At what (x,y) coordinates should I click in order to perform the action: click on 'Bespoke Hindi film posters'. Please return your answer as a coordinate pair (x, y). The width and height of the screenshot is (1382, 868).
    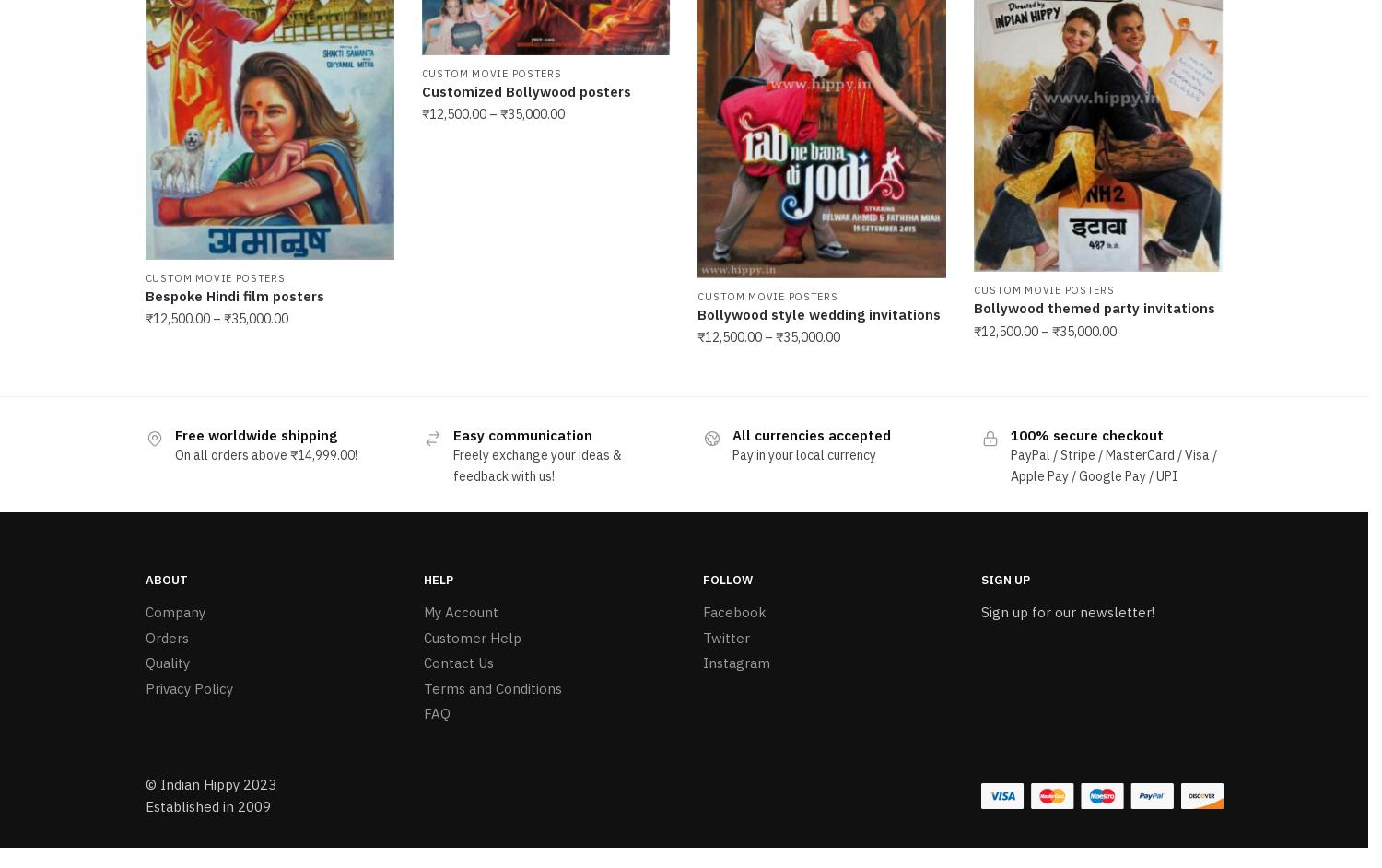
    Looking at the image, I should click on (233, 292).